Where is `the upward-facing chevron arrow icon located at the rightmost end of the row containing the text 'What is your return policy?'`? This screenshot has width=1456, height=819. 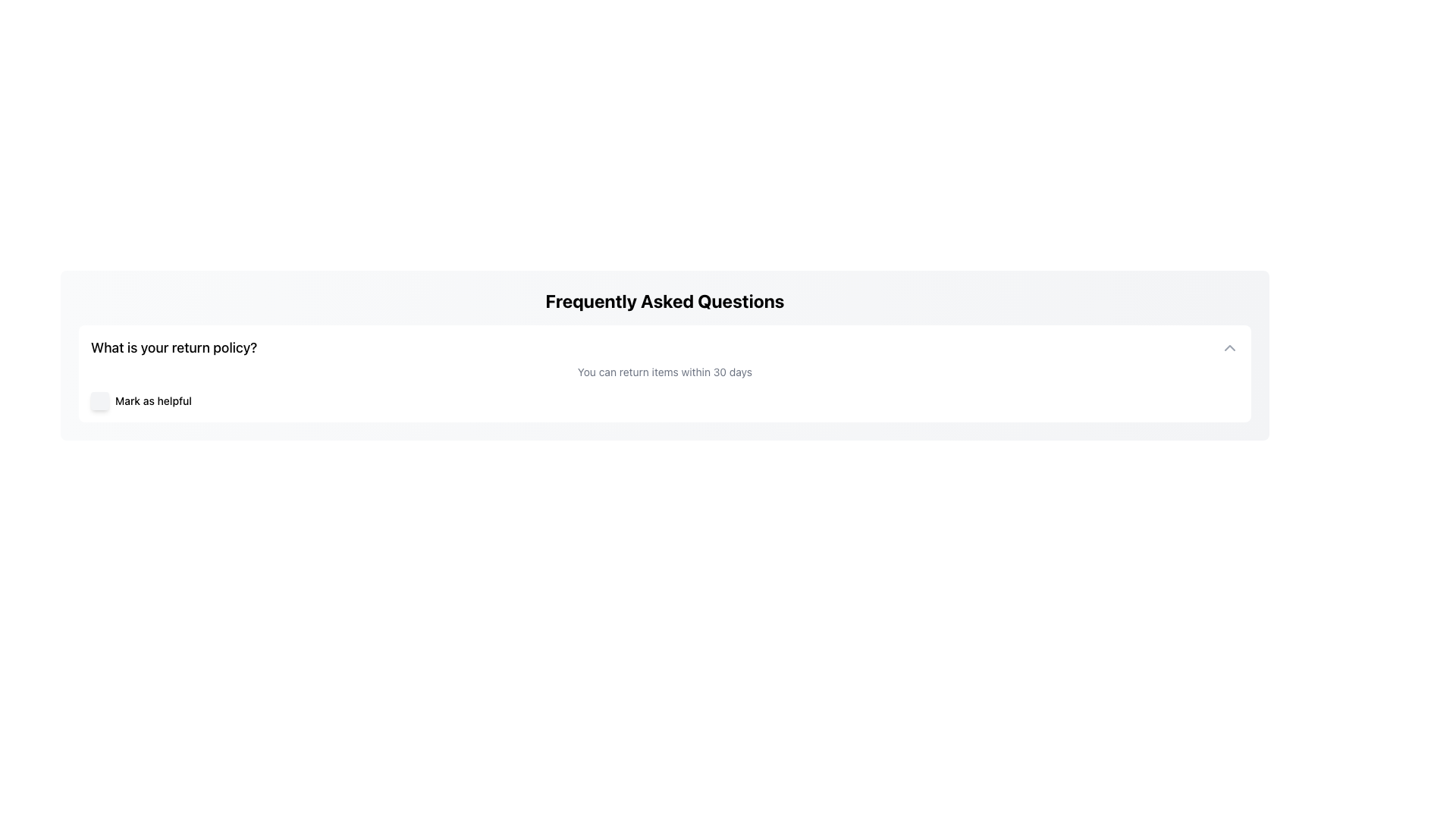 the upward-facing chevron arrow icon located at the rightmost end of the row containing the text 'What is your return policy?' is located at coordinates (1230, 348).